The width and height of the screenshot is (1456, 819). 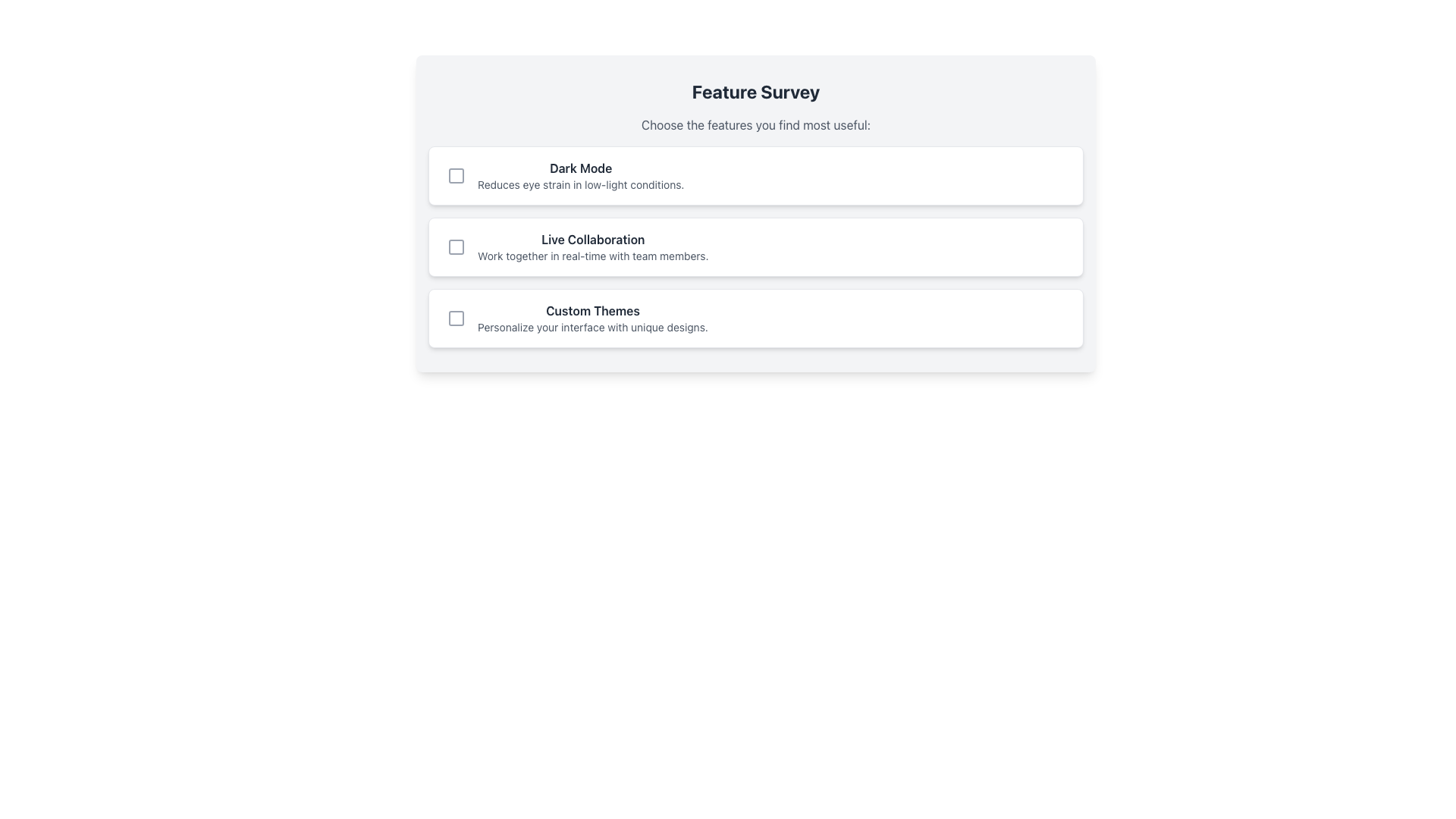 I want to click on the small rectangular Decorative graphic (SVG component) that is part of the 'Dark Mode' checkbox icon within the first selectable list item of the 'Feature Survey' section, so click(x=455, y=174).